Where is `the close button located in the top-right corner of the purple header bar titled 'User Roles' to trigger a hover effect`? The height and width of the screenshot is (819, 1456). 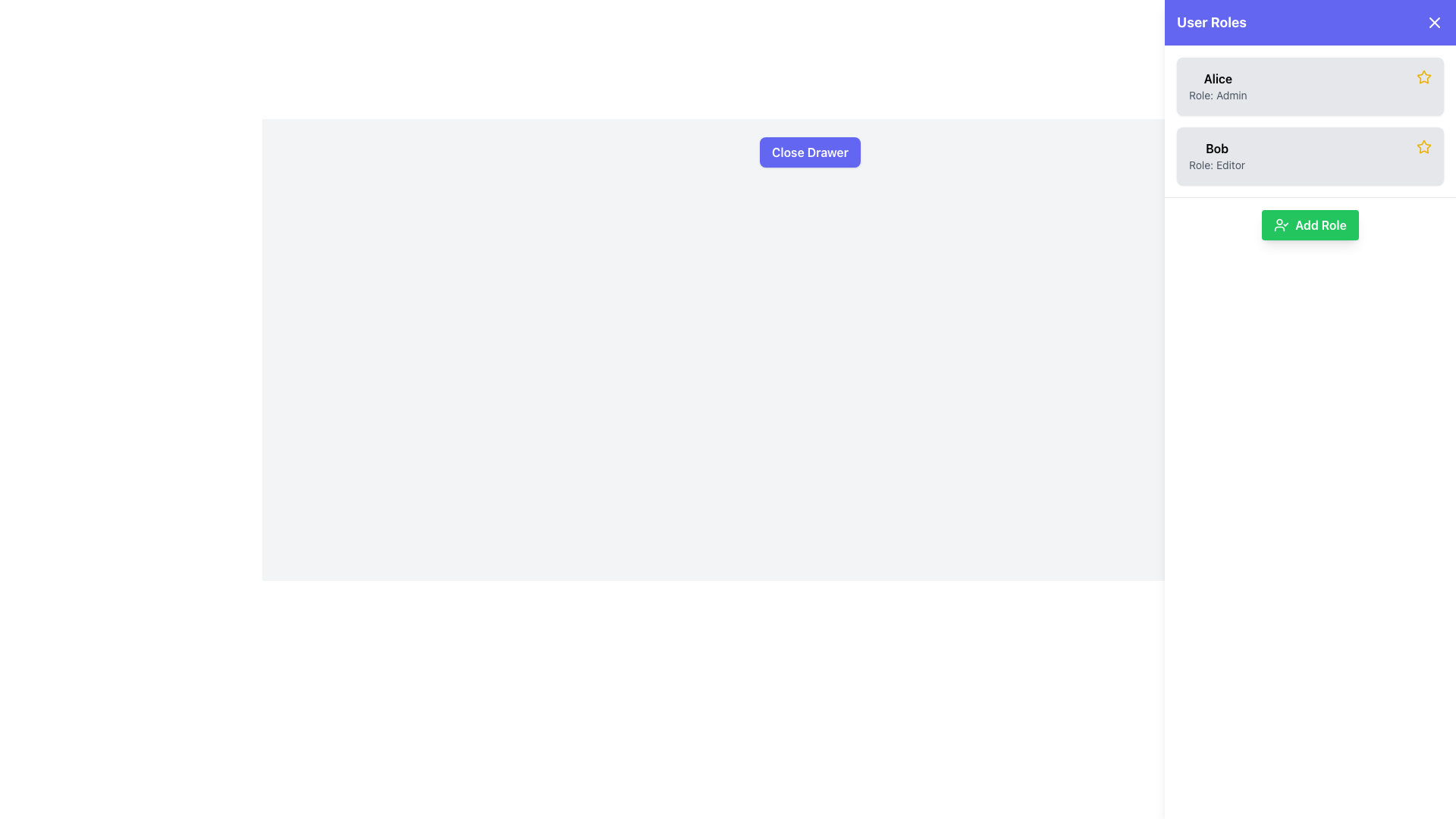 the close button located in the top-right corner of the purple header bar titled 'User Roles' to trigger a hover effect is located at coordinates (1433, 23).